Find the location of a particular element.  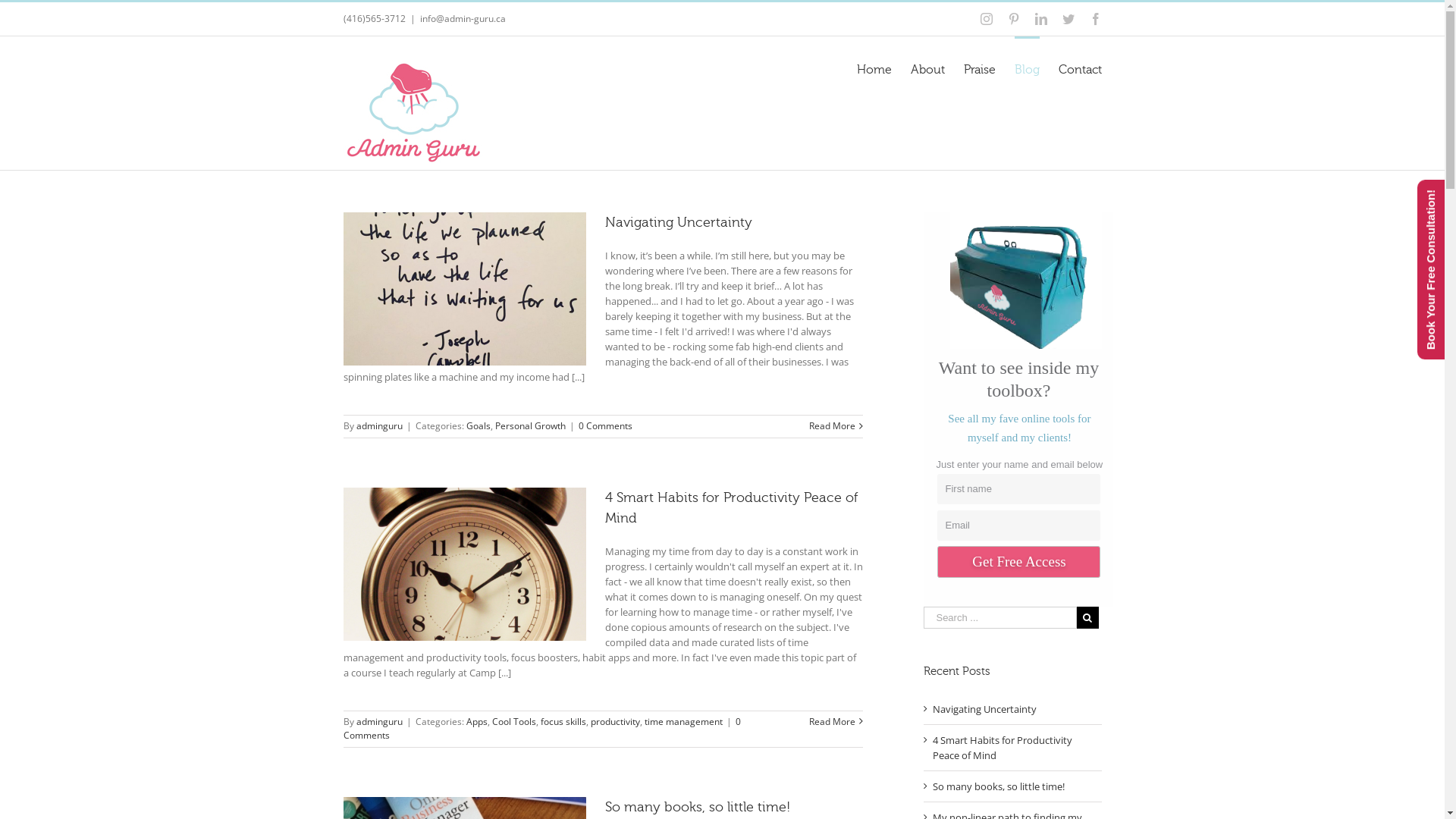

'Read More' is located at coordinates (831, 425).